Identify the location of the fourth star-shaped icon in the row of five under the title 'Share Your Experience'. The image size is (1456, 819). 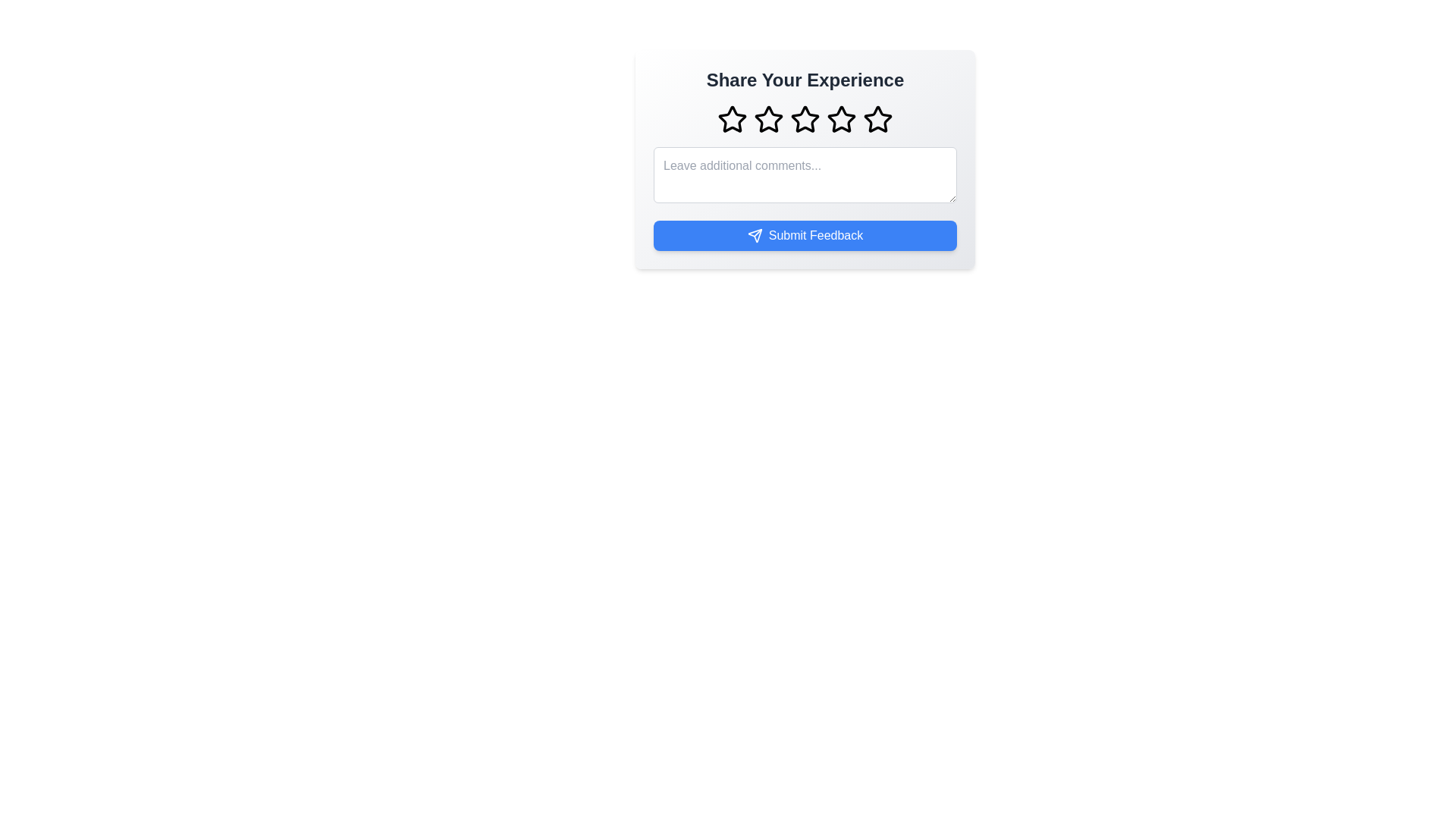
(840, 118).